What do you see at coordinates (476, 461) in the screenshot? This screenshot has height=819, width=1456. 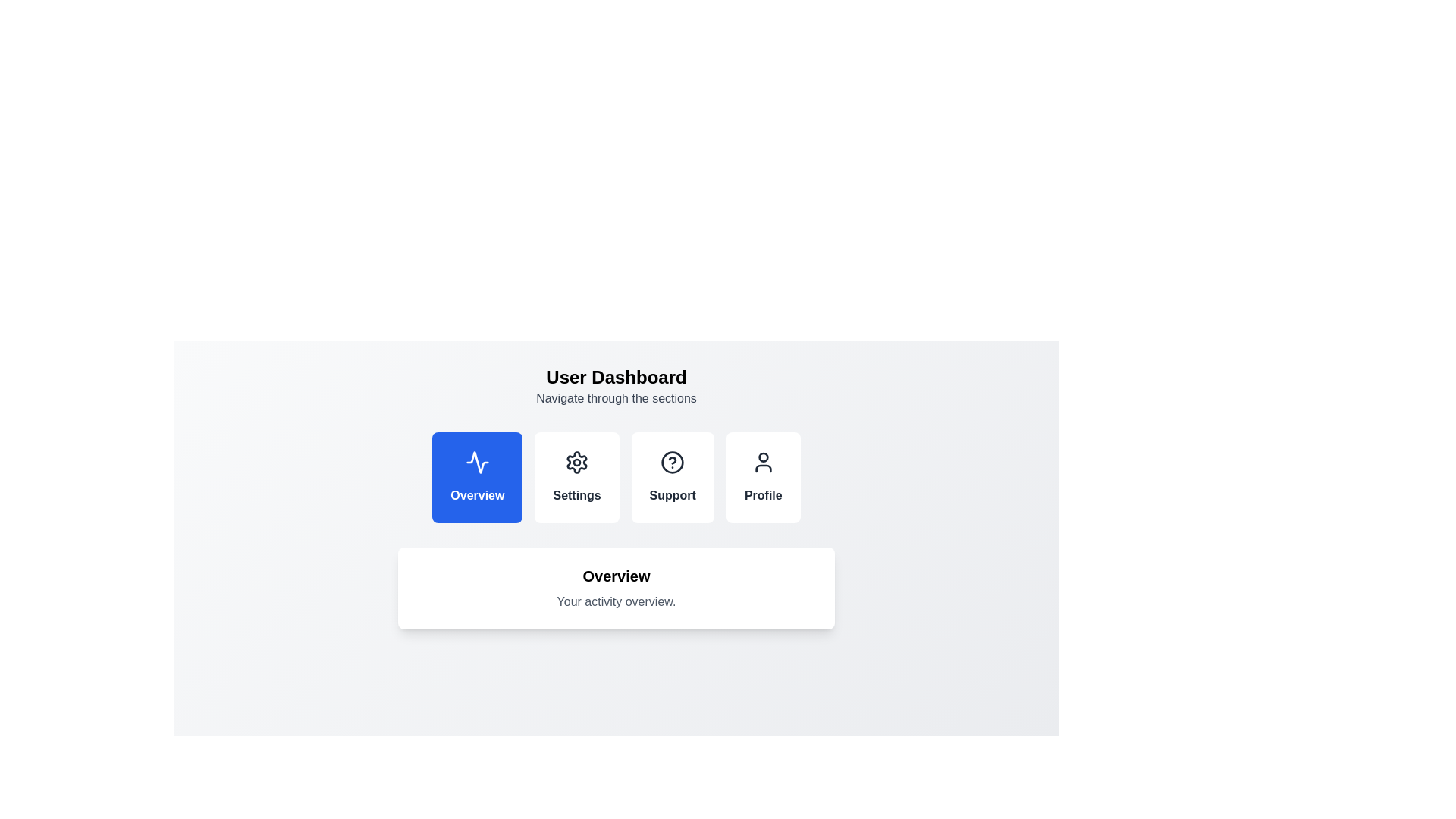 I see `the abstract zigzag icon representing activity within the 'Overview' button in the navigation grid of the User Dashboard` at bounding box center [476, 461].